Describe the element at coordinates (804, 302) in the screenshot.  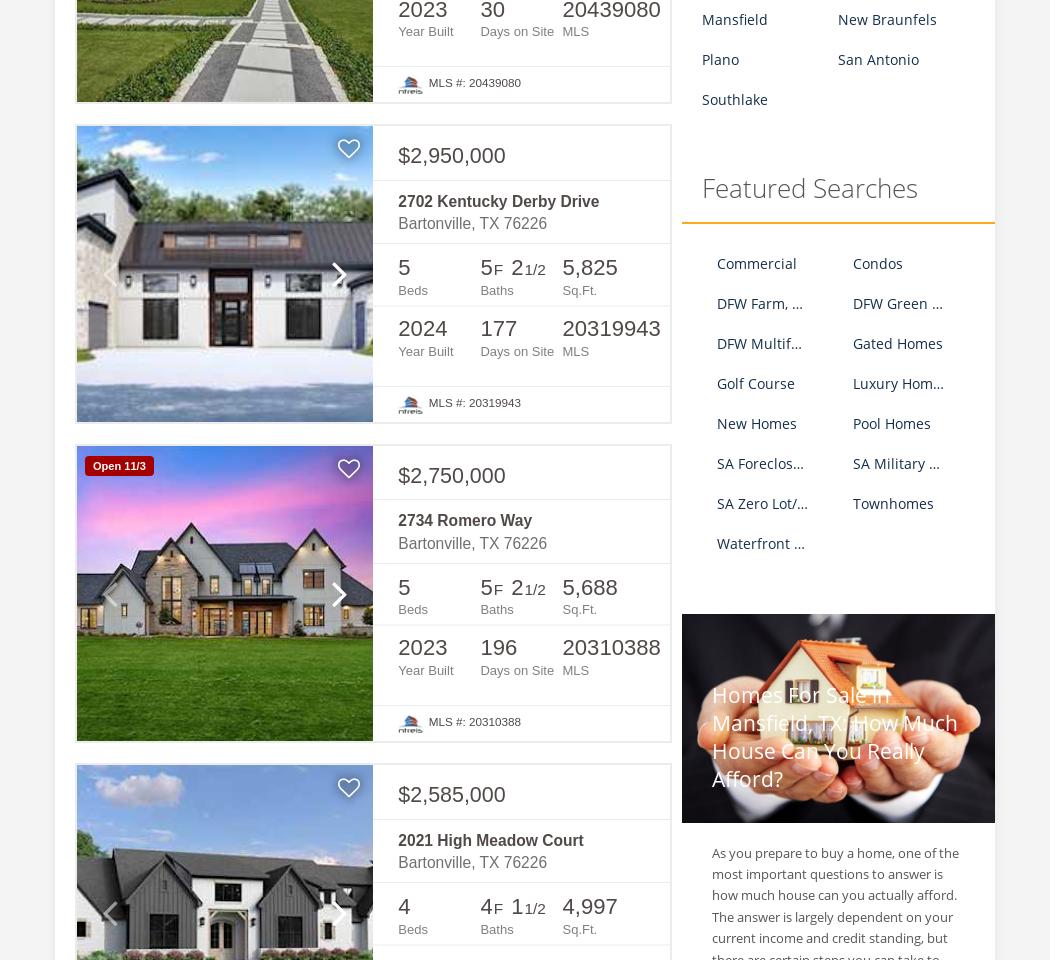
I see `'DFW Farm, Ranch, Acerage'` at that location.